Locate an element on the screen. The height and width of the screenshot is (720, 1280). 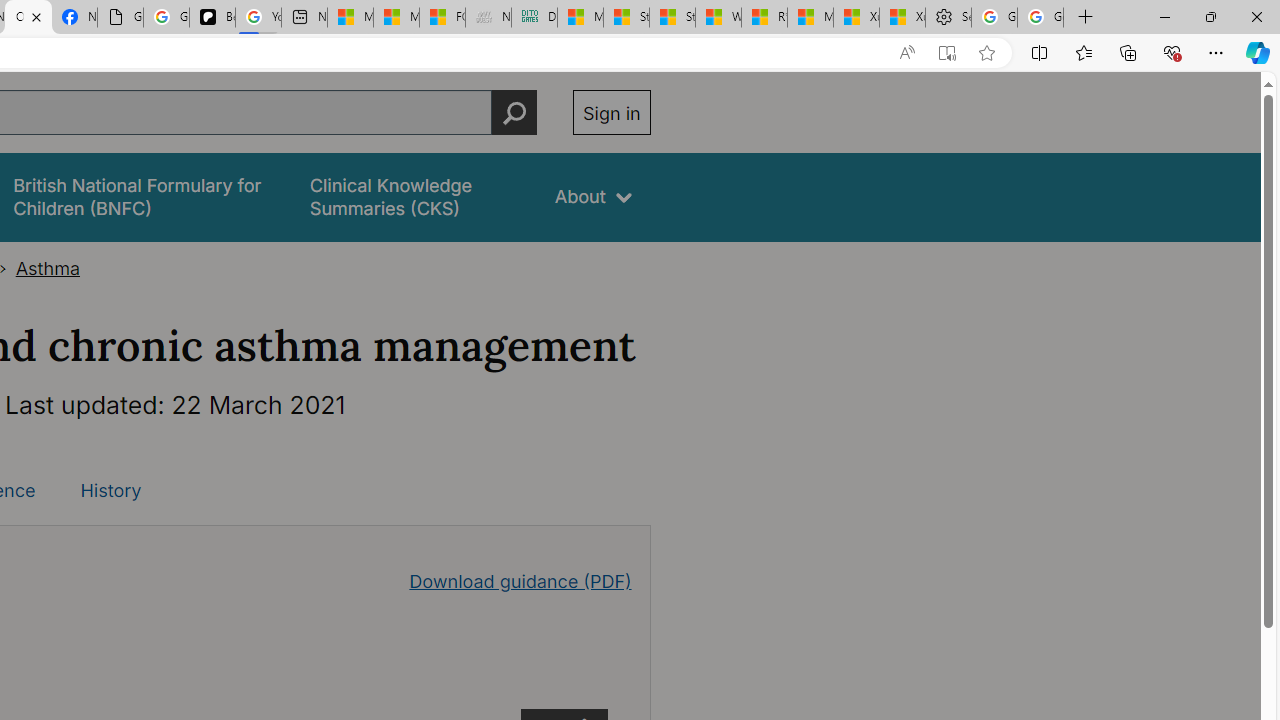
'false' is located at coordinates (413, 197).